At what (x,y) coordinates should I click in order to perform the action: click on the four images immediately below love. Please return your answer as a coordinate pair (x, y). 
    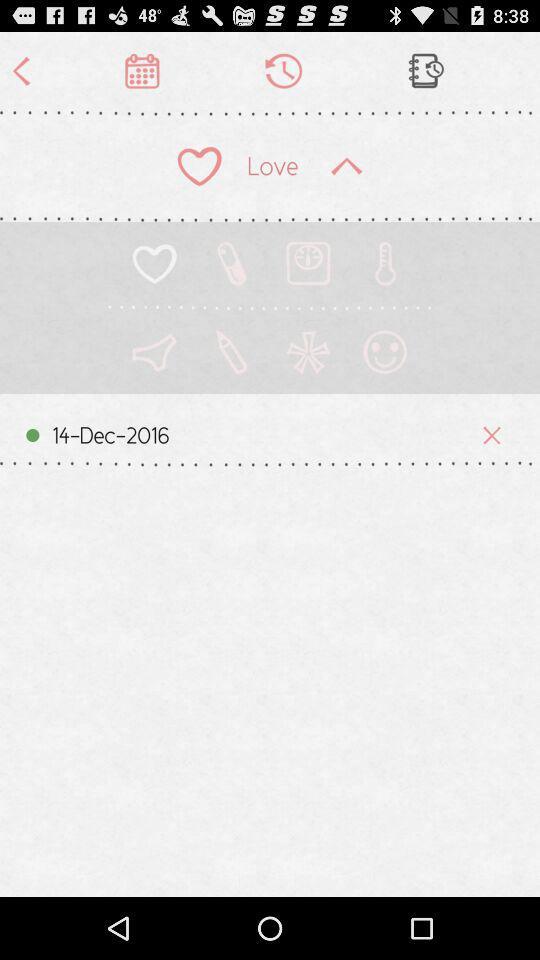
    Looking at the image, I should click on (270, 275).